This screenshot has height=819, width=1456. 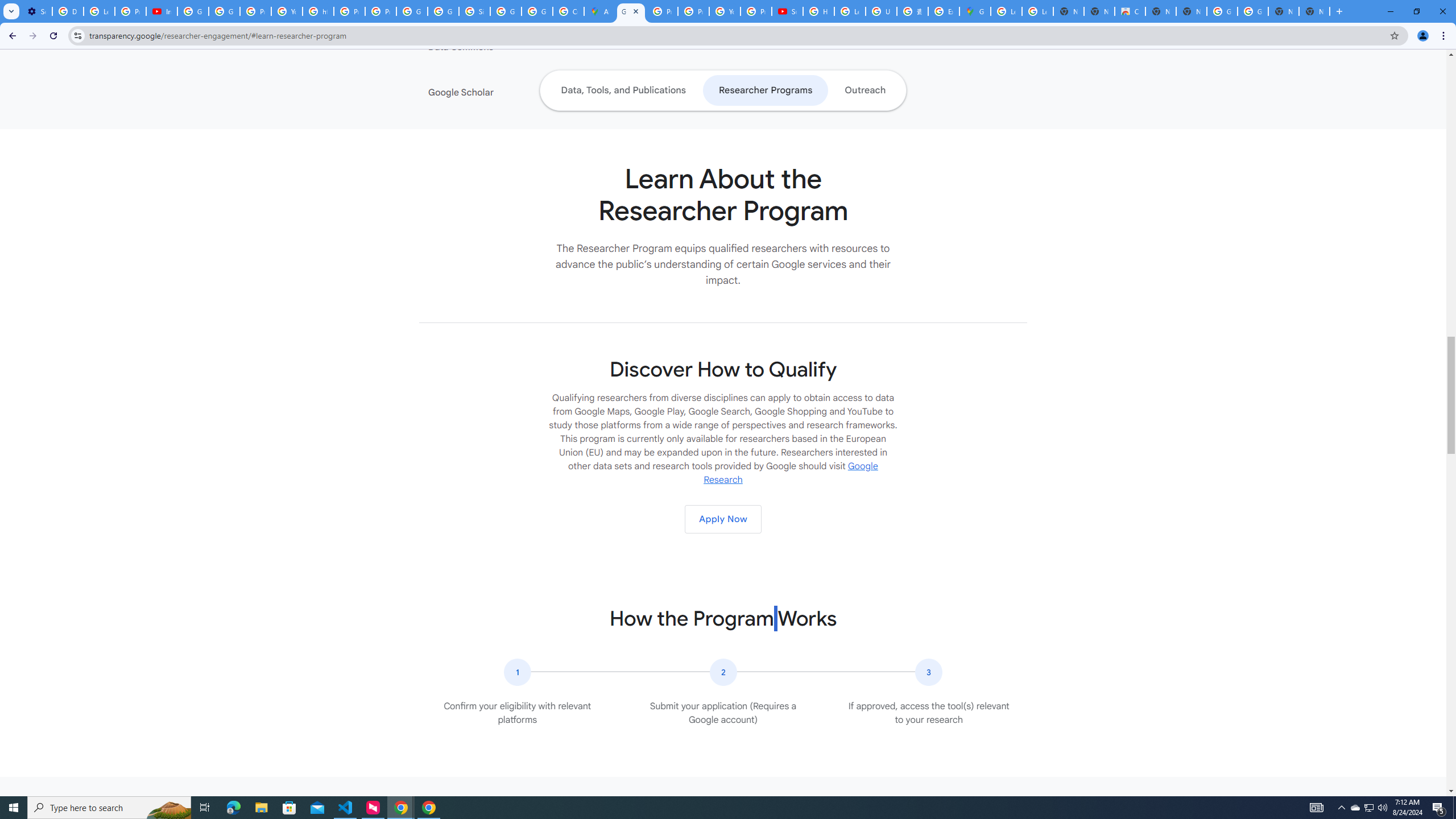 I want to click on 'Privacy Help Center - Policies Help', so click(x=661, y=11).